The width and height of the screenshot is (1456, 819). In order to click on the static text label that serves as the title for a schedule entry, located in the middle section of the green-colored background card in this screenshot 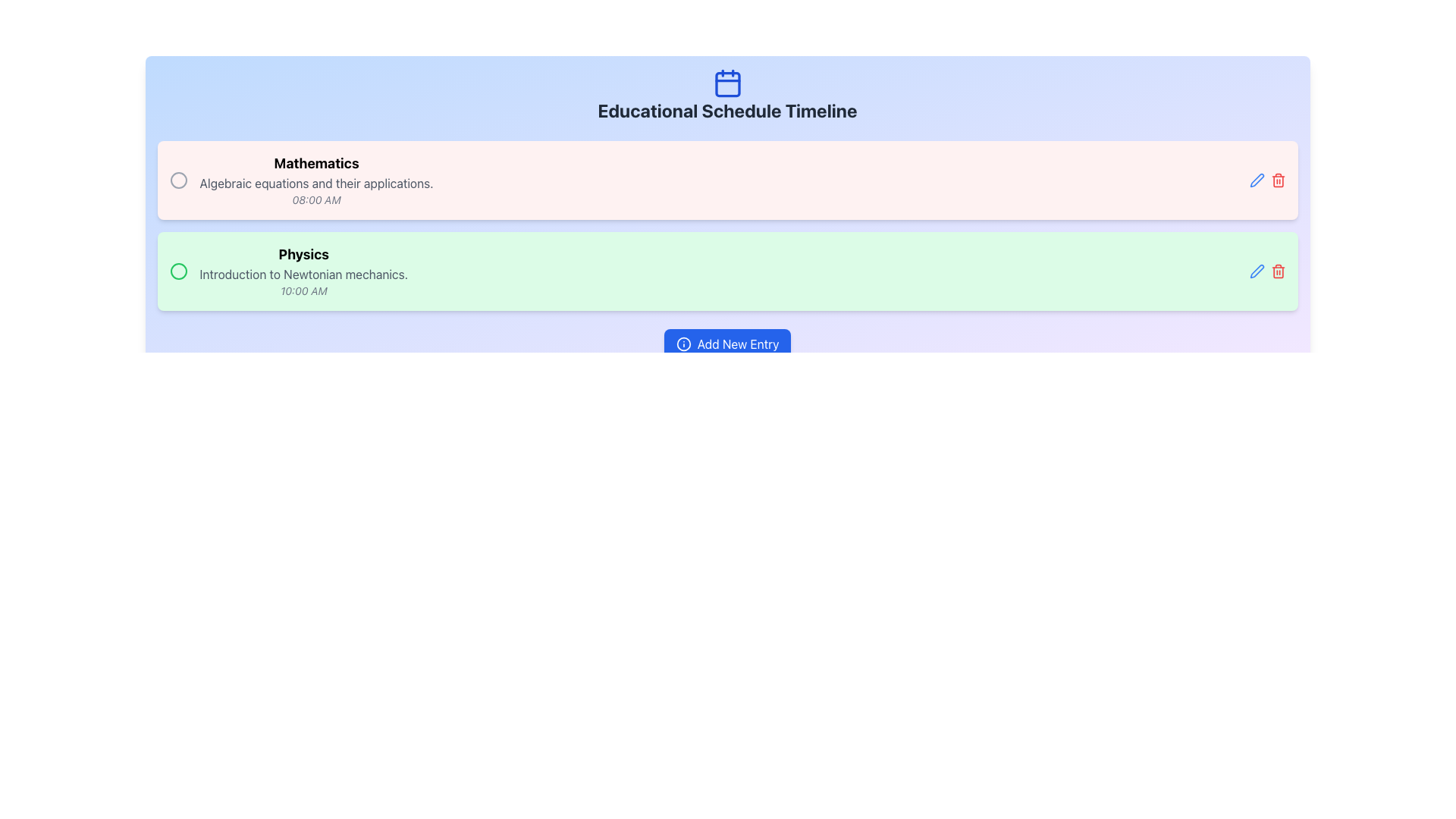, I will do `click(303, 253)`.